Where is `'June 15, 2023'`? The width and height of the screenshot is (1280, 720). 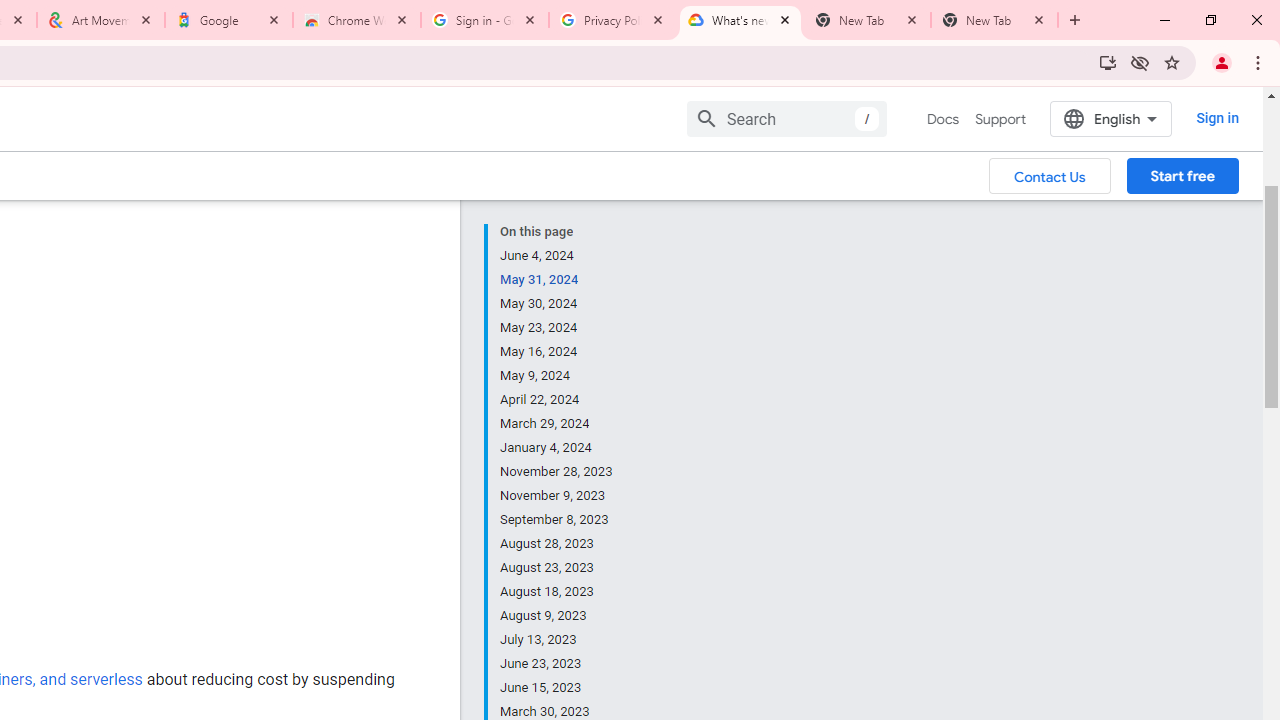 'June 15, 2023' is located at coordinates (557, 686).